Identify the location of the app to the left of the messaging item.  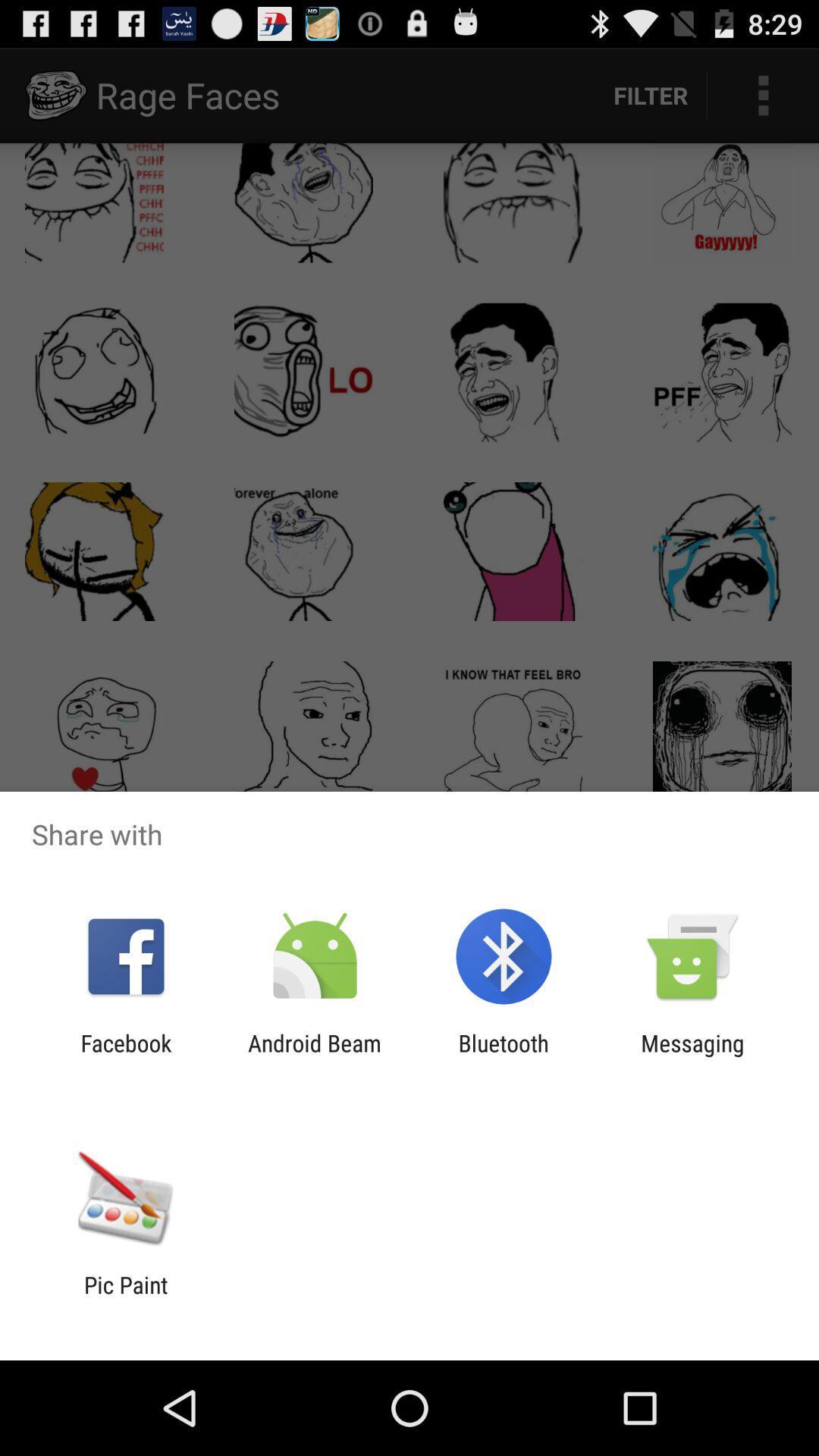
(504, 1056).